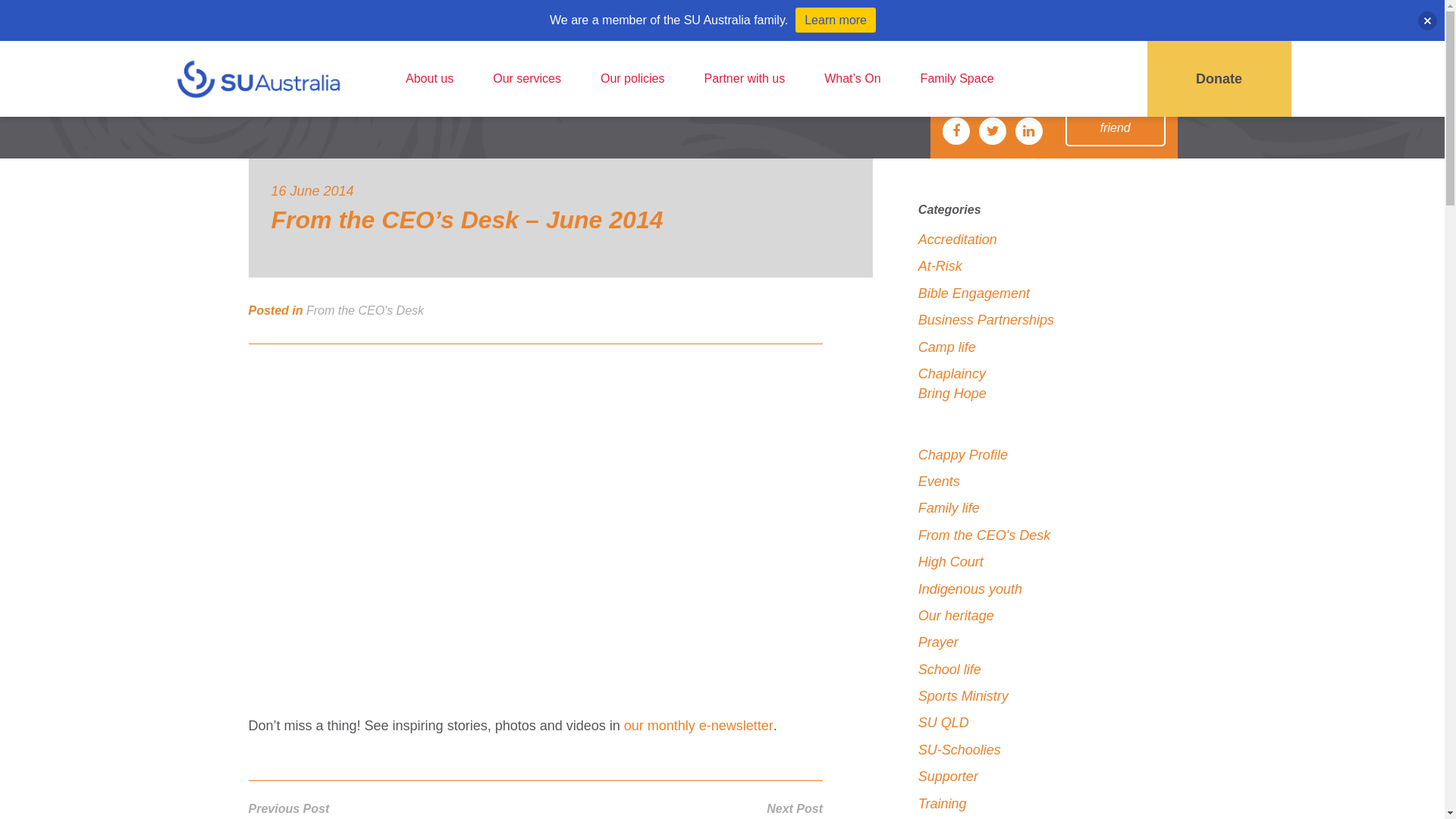 Image resolution: width=1456 pixels, height=819 pixels. I want to click on 'Supporter', so click(917, 776).